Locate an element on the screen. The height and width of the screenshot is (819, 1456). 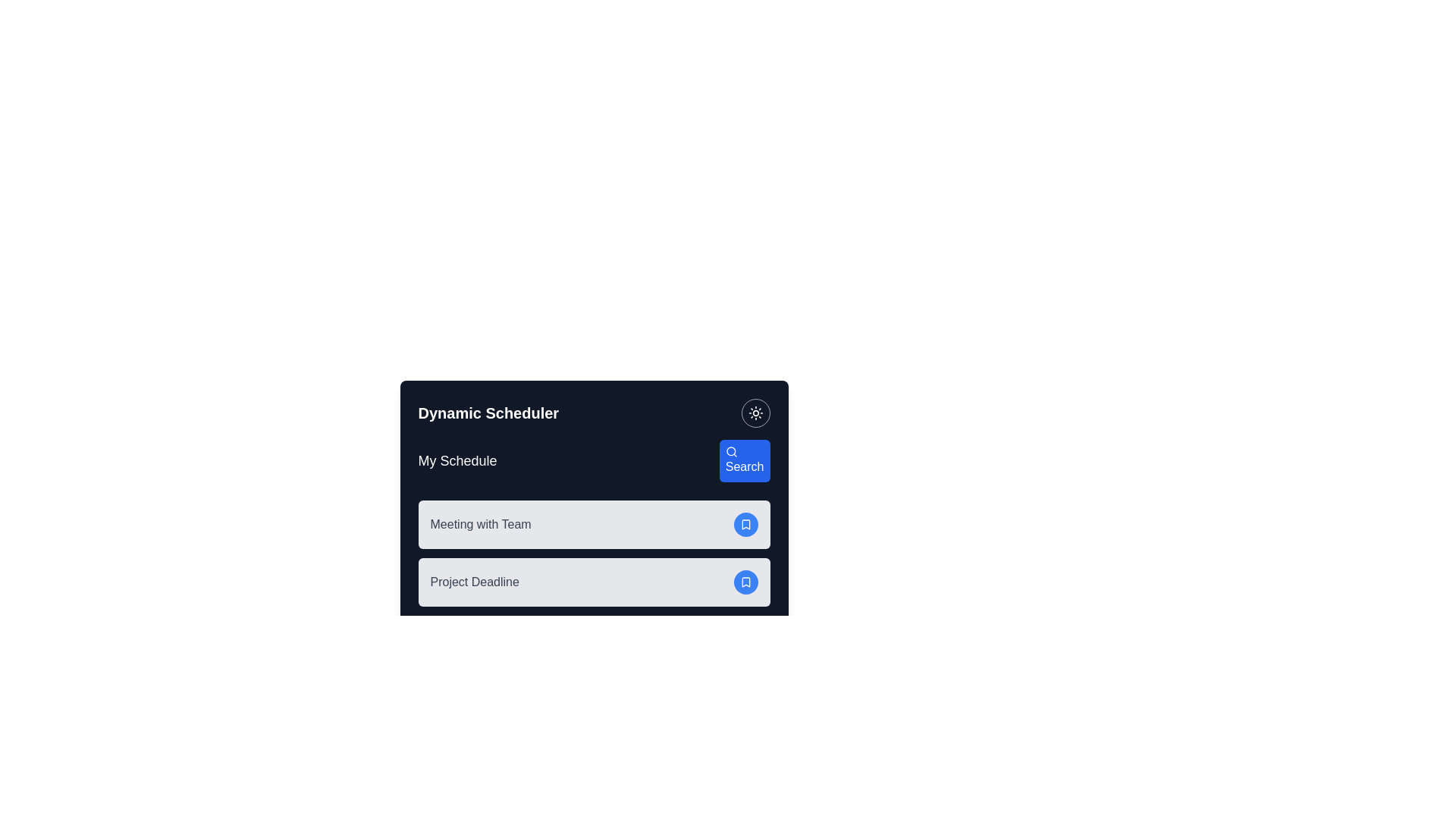
the circular button with a blue background and white bookmark icon located at the right end of the 'Project Deadline' section is located at coordinates (745, 581).